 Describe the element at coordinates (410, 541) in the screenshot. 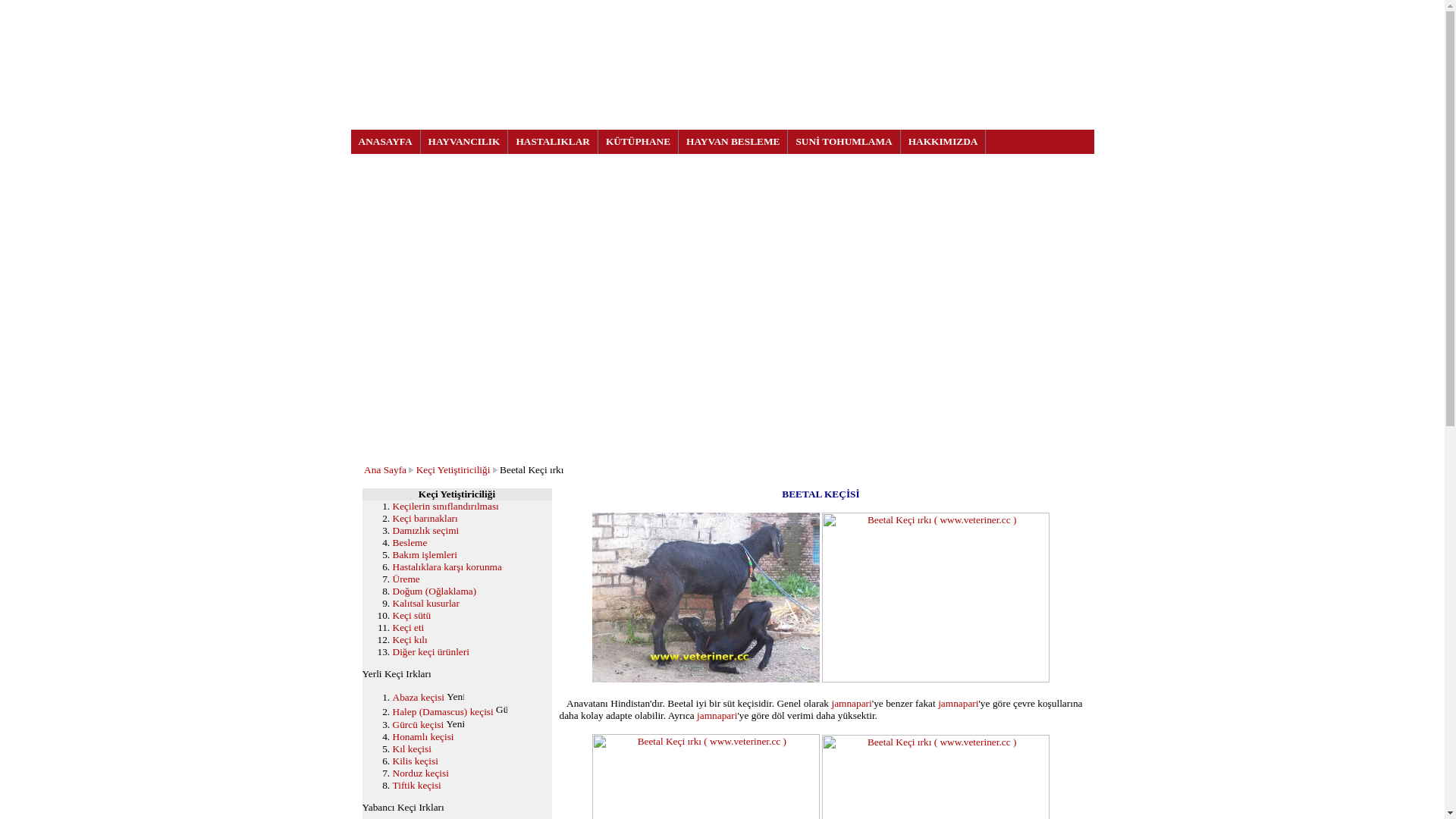

I see `'Besleme'` at that location.